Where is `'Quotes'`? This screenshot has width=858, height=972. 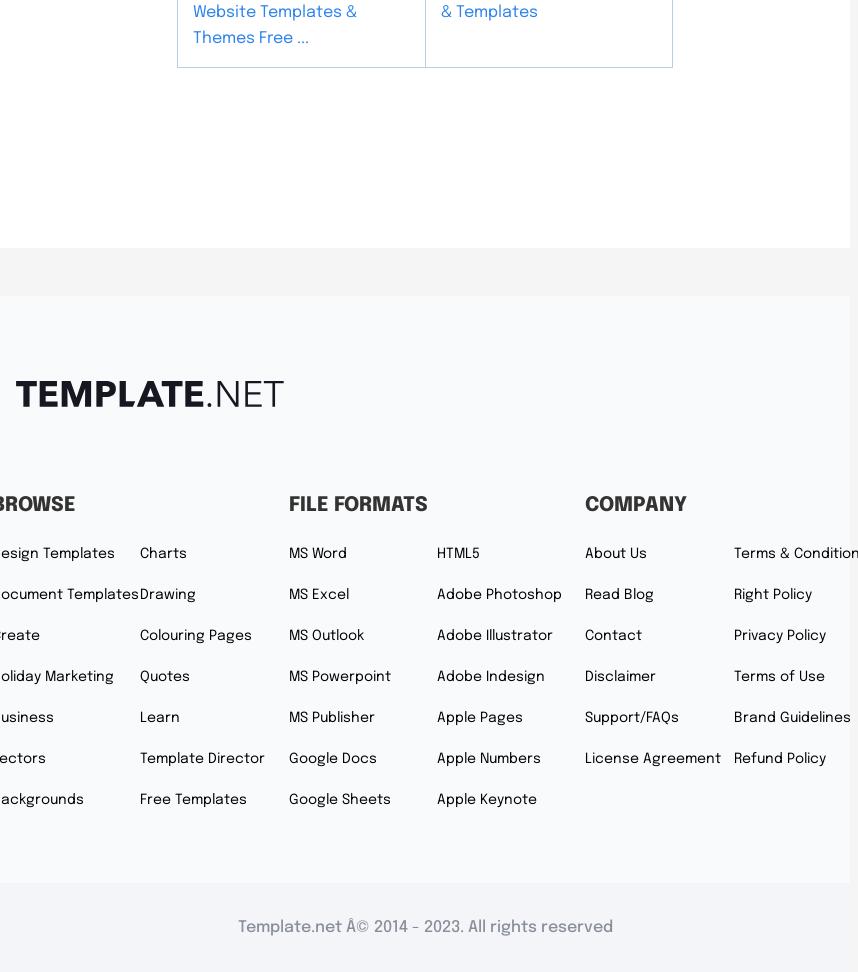
'Quotes' is located at coordinates (163, 675).